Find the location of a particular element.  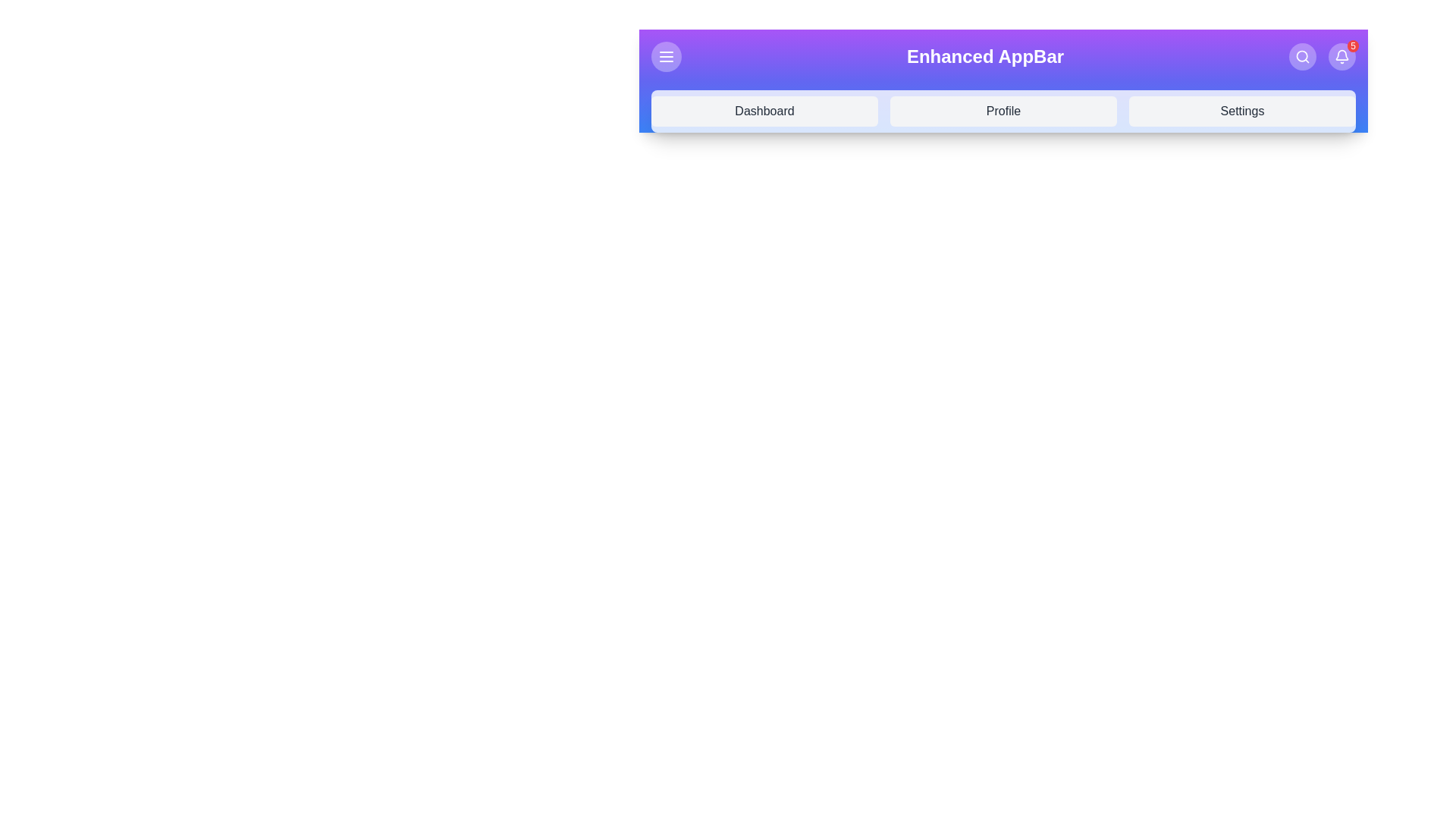

the navigation item Dashboard to navigate to its respective section is located at coordinates (764, 110).